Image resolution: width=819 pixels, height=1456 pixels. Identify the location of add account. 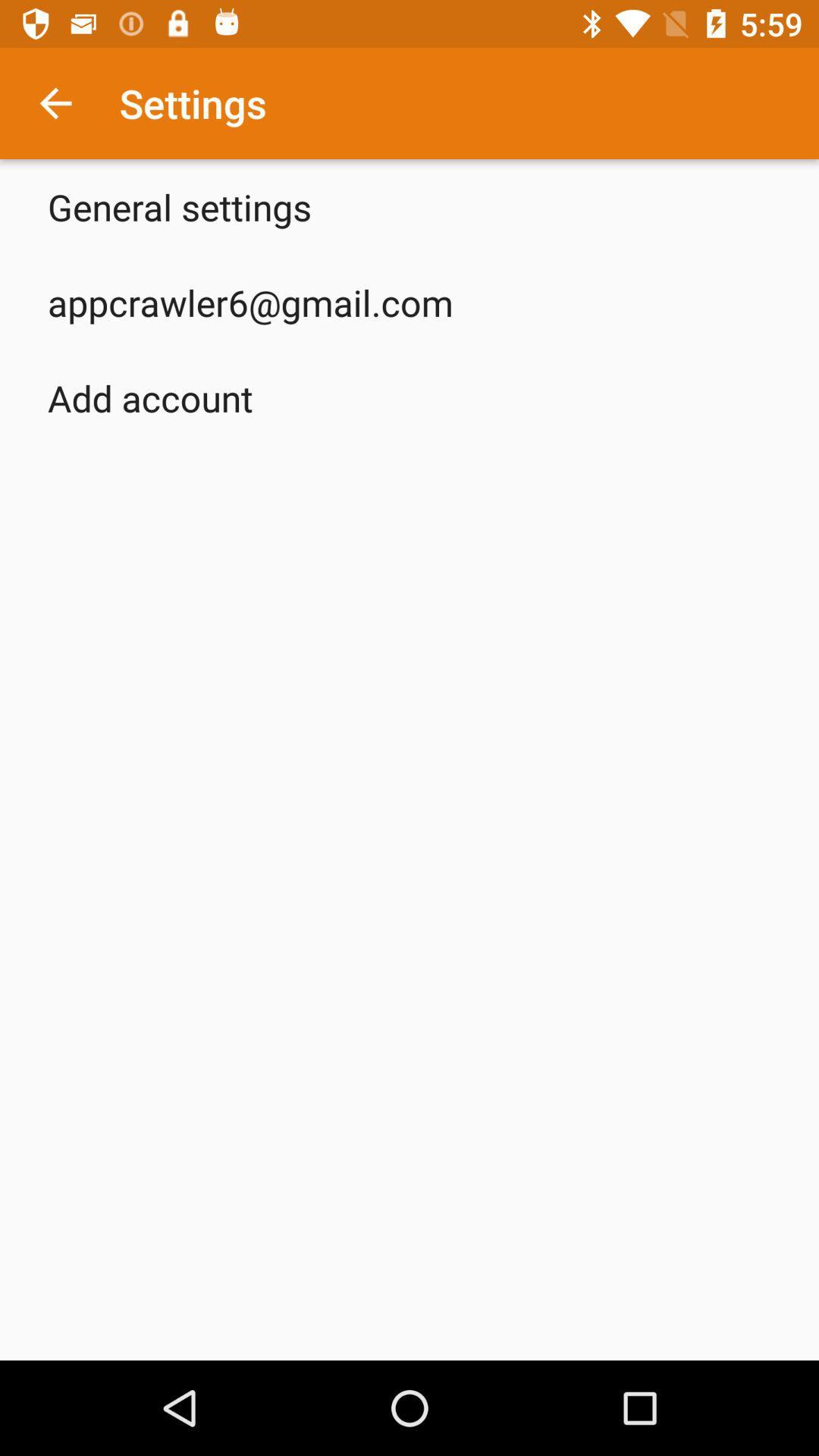
(150, 397).